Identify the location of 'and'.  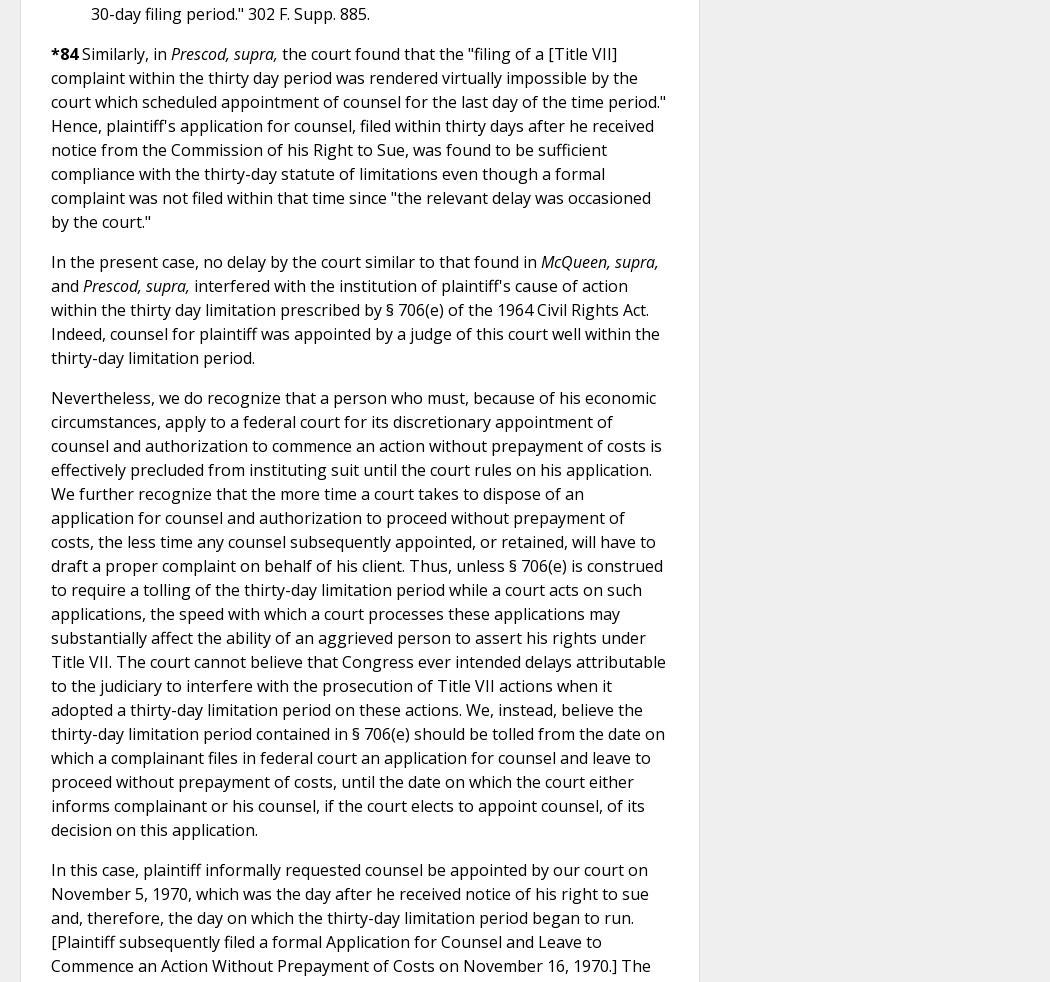
(65, 284).